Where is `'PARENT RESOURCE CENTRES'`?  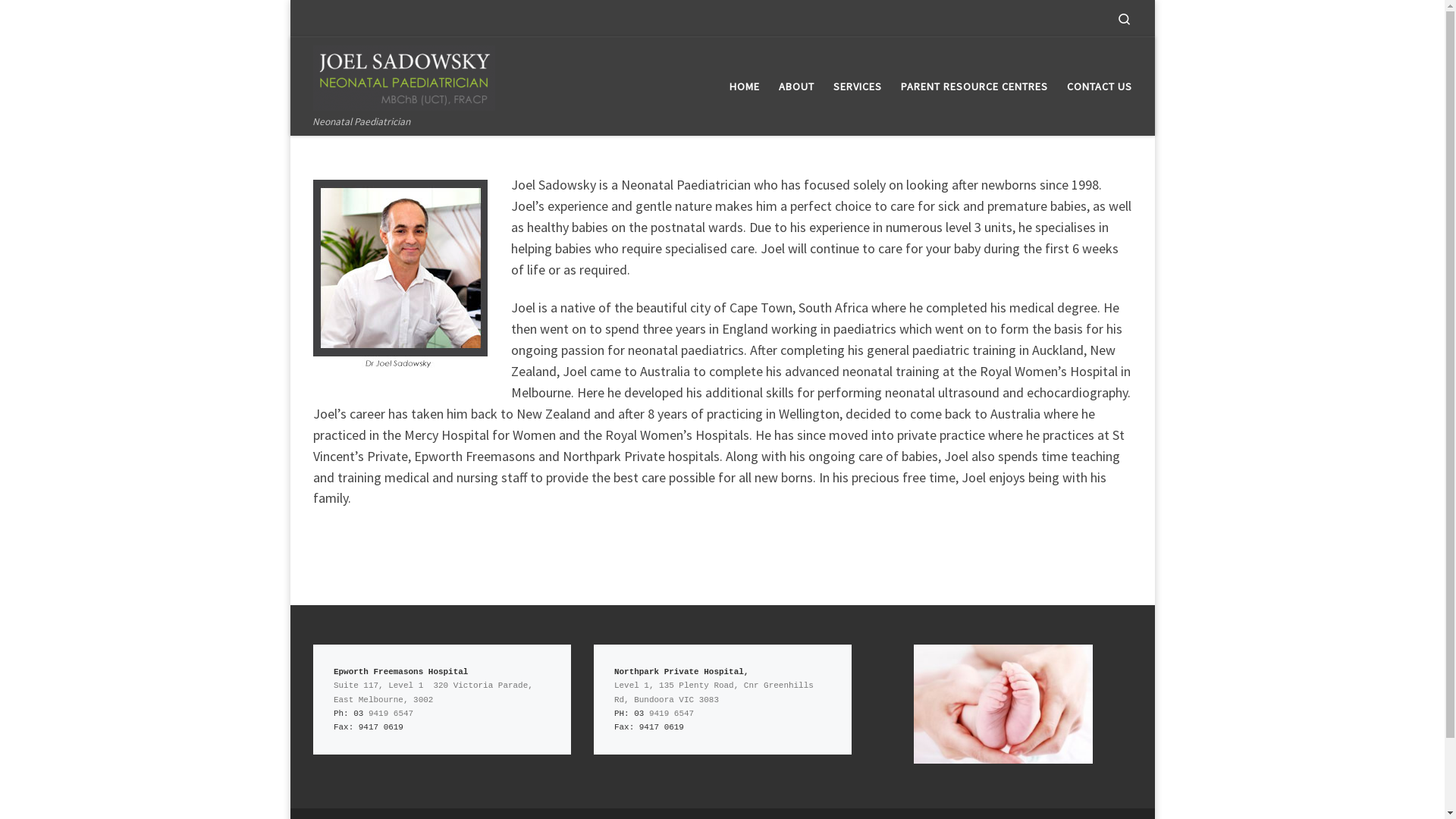 'PARENT RESOURCE CENTRES' is located at coordinates (974, 86).